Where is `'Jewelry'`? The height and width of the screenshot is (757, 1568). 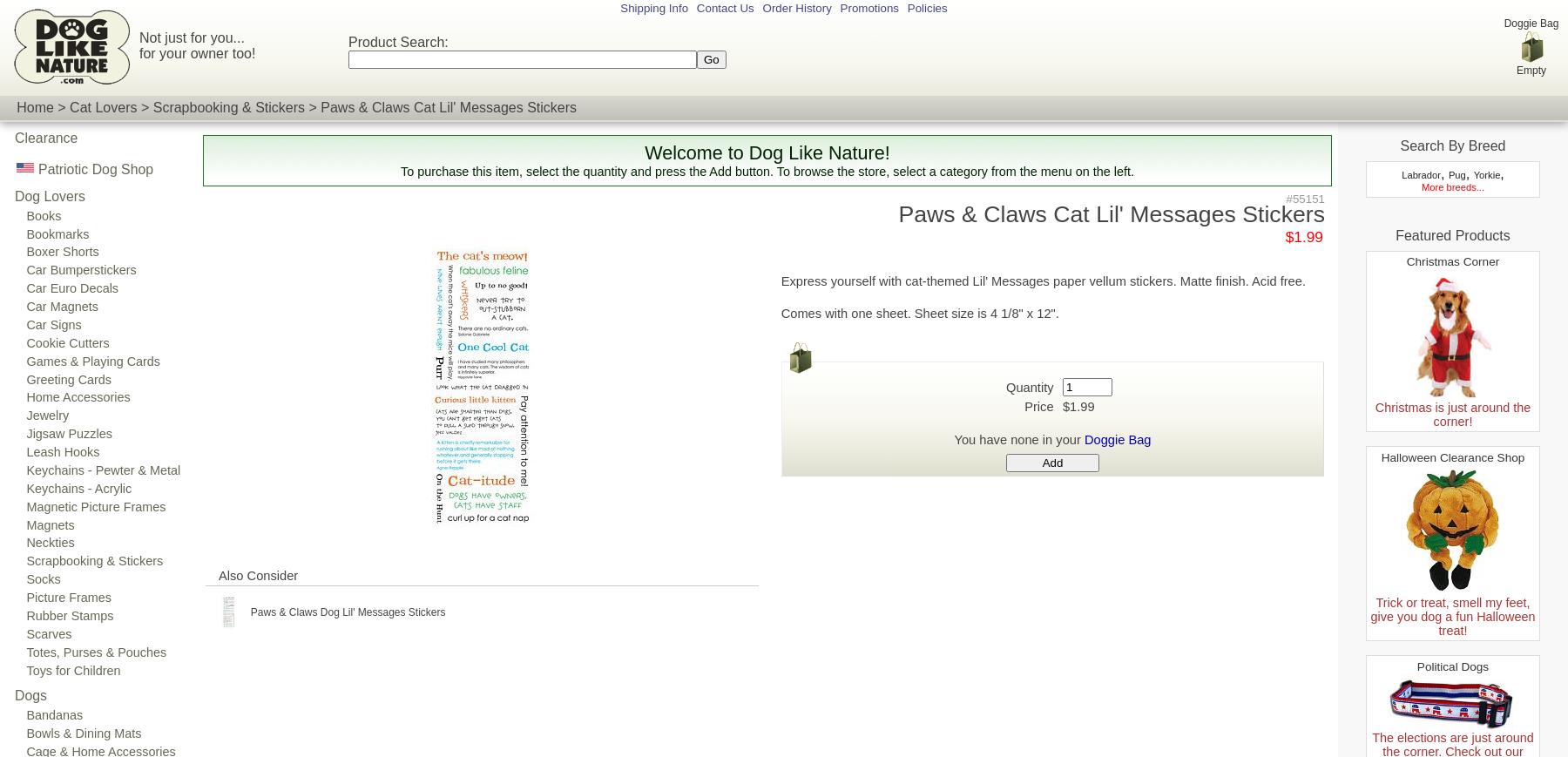
'Jewelry' is located at coordinates (25, 415).